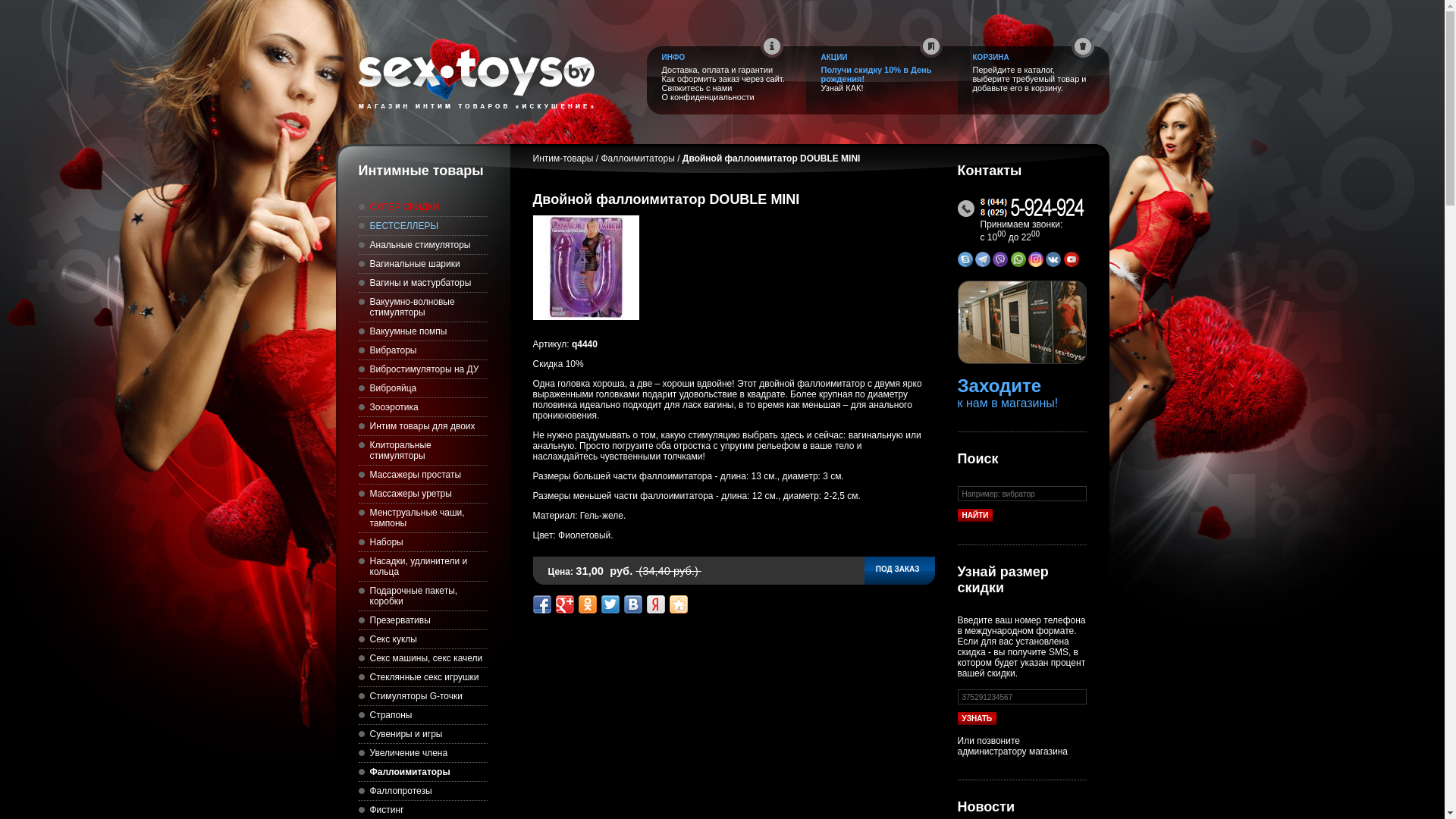 This screenshot has width=1456, height=819. I want to click on 'Share on Facebook', so click(541, 604).